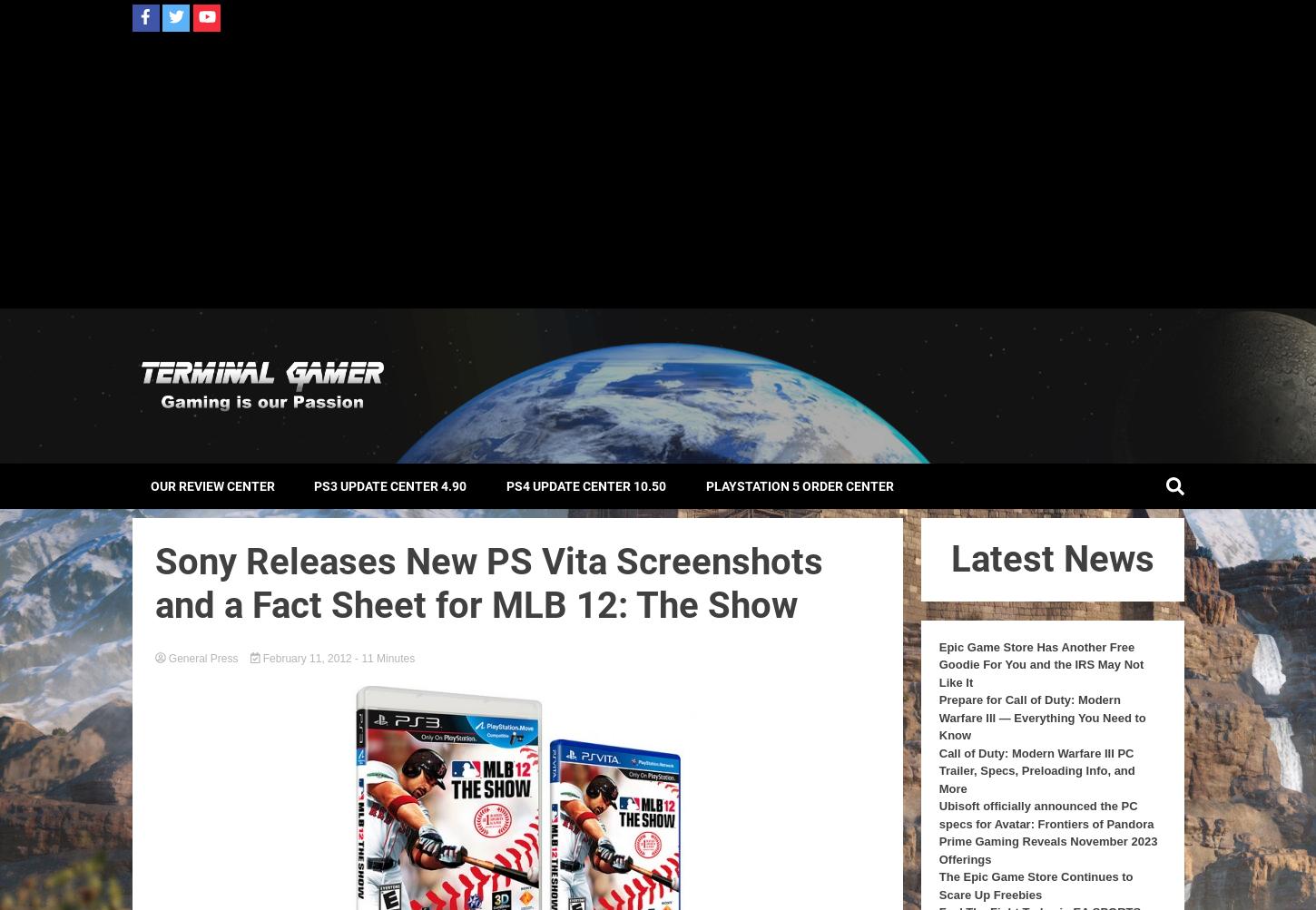  Describe the element at coordinates (582, 533) in the screenshot. I see `'PSP Update Center 6.61'` at that location.